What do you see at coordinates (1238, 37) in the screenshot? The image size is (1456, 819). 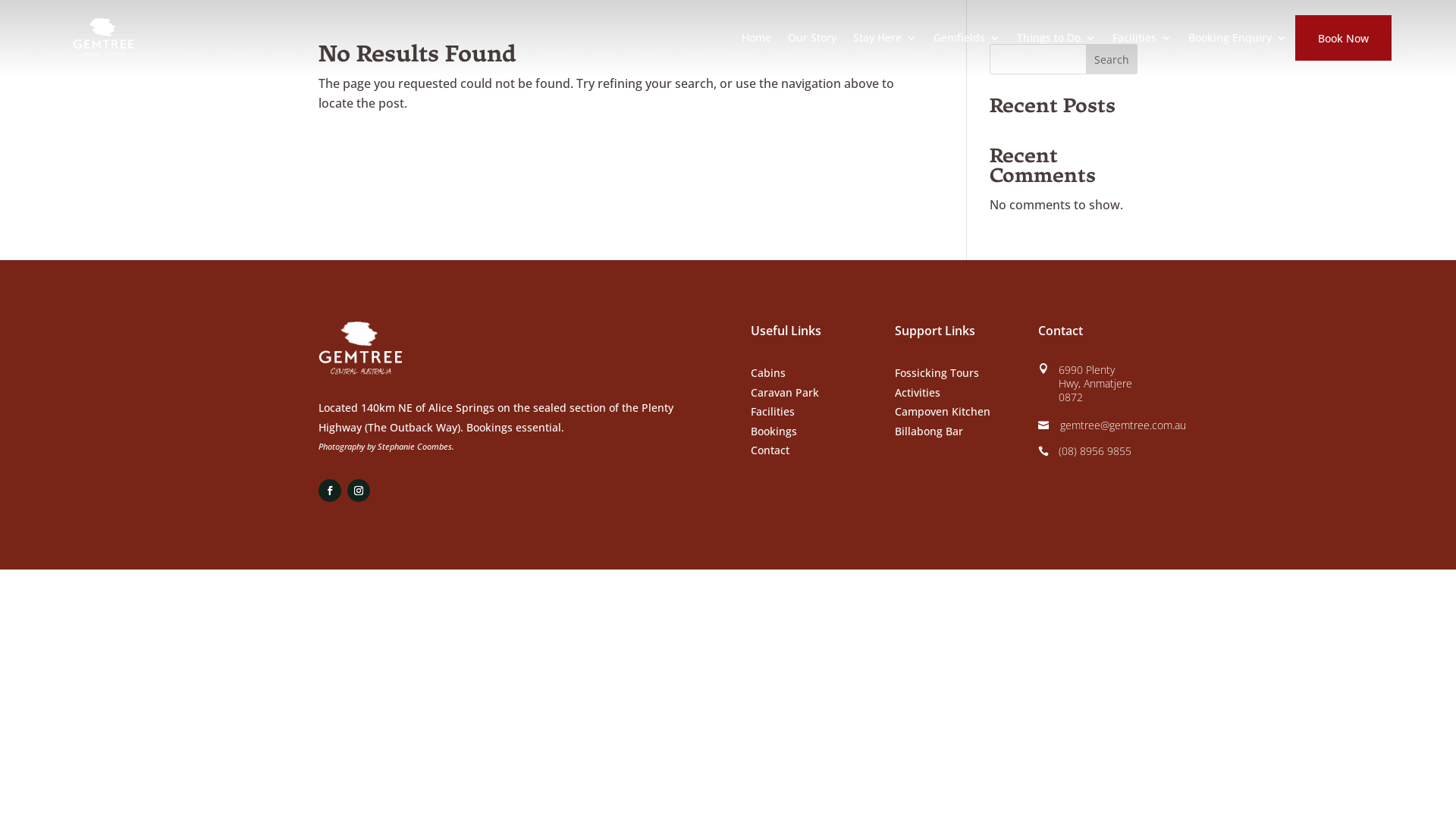 I see `'Booking Enquiry'` at bounding box center [1238, 37].